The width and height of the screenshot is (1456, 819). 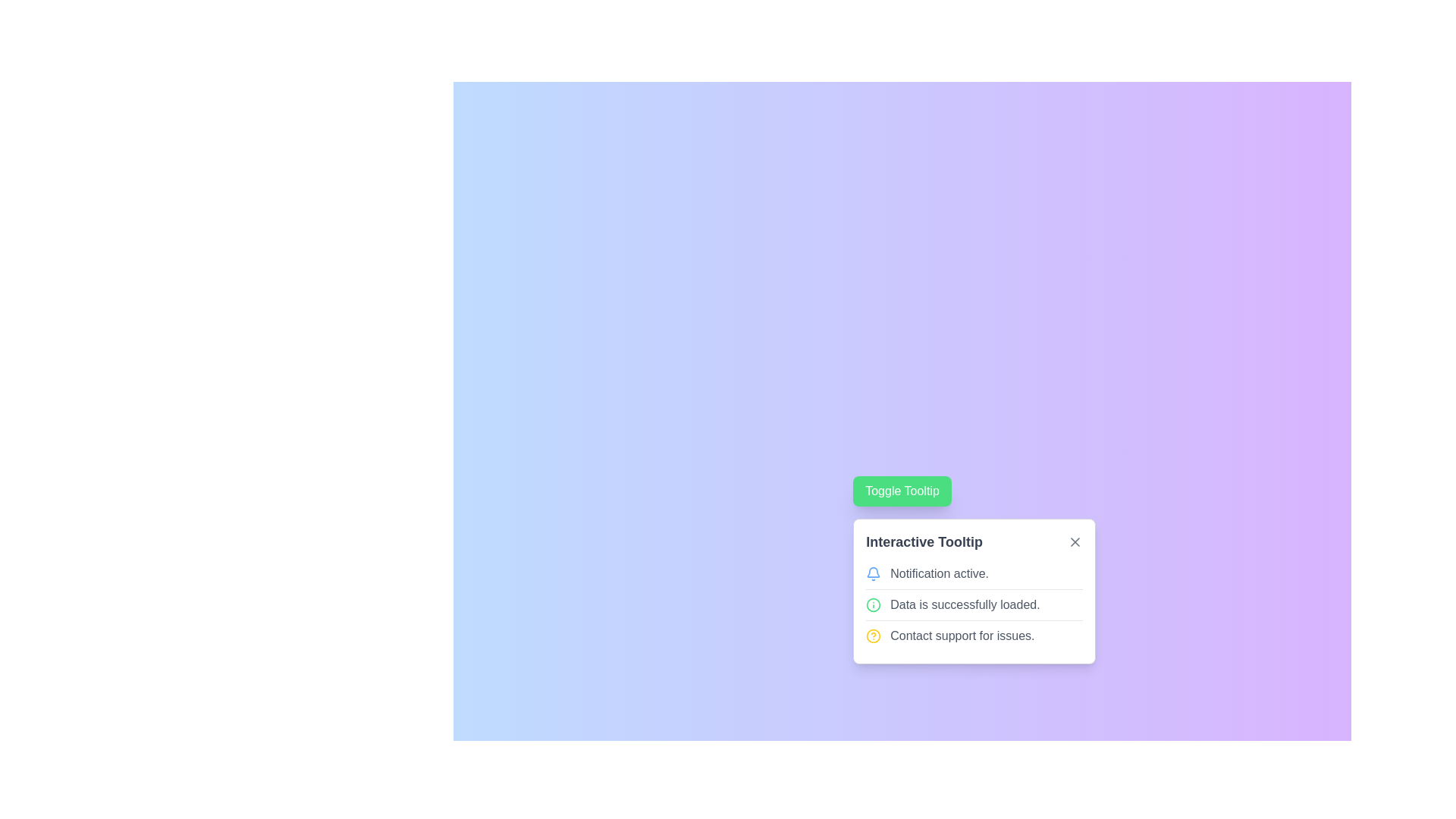 I want to click on the close button located in the top-right corner of the 'Interactive Tooltip', so click(x=1075, y=541).